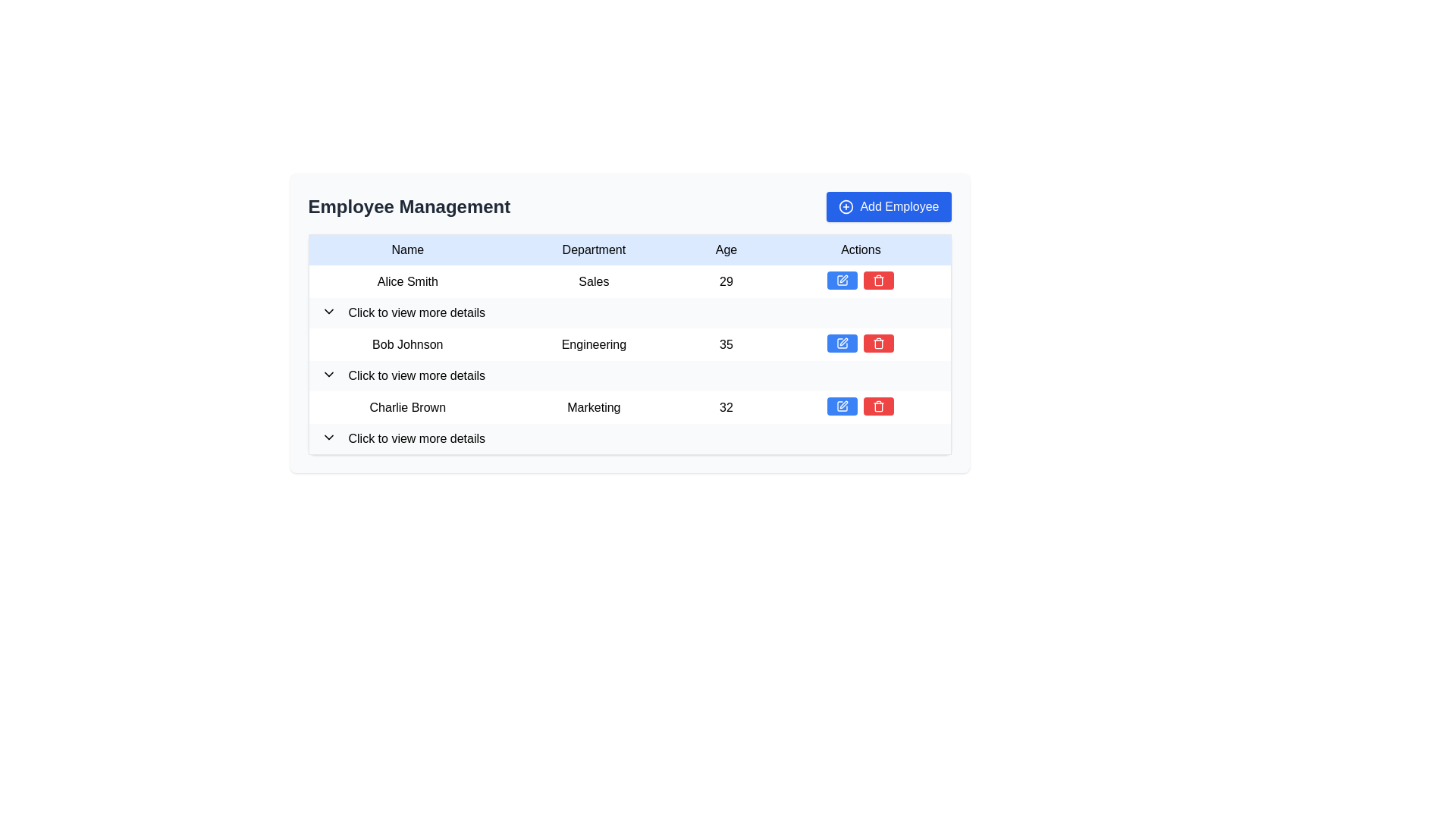  What do you see at coordinates (842, 281) in the screenshot?
I see `the blue button with white text and a pen icon located in the 'Actions' column of the first row, to the left of the red trash button` at bounding box center [842, 281].